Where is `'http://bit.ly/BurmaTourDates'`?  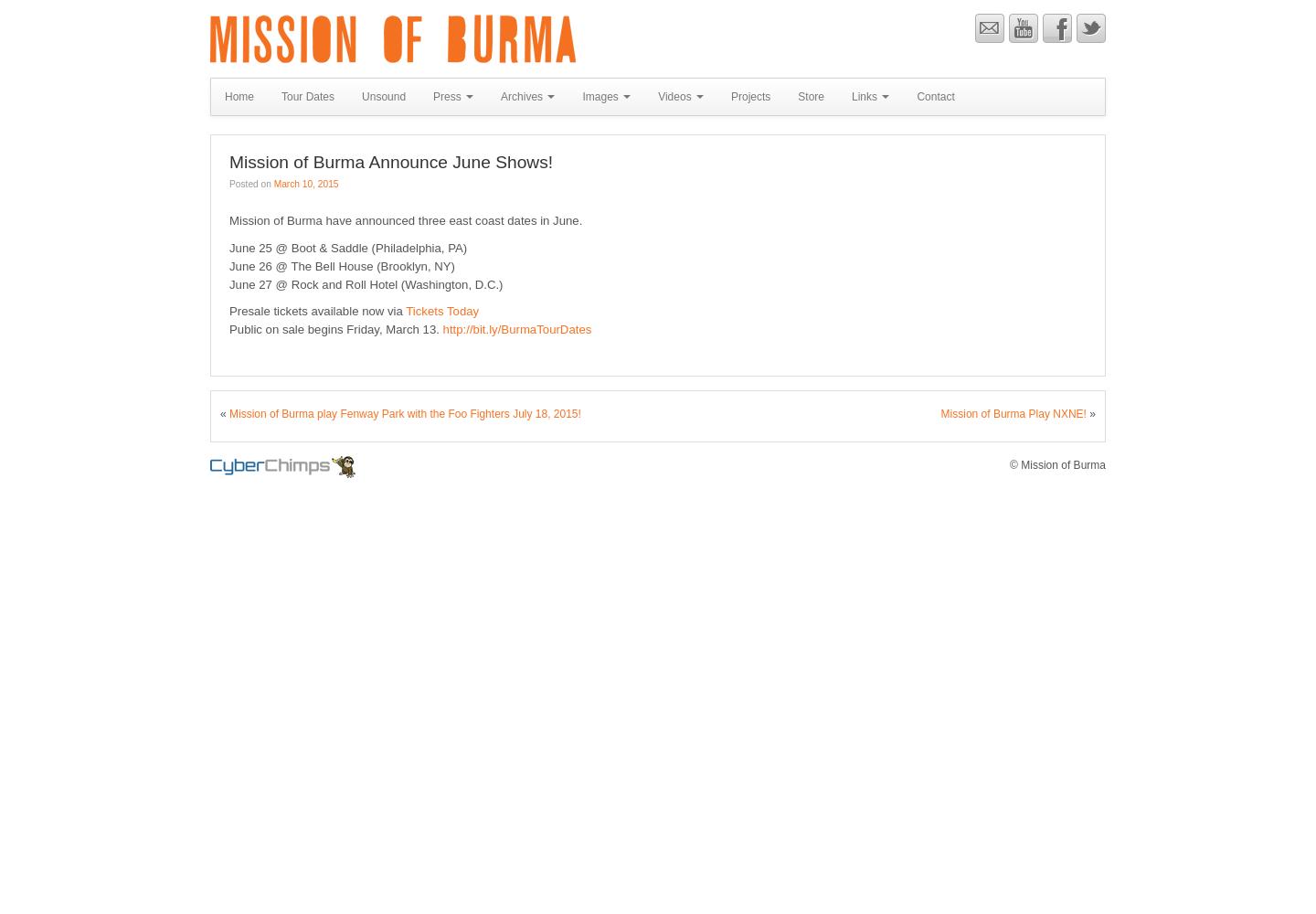 'http://bit.ly/BurmaTourDates' is located at coordinates (516, 328).